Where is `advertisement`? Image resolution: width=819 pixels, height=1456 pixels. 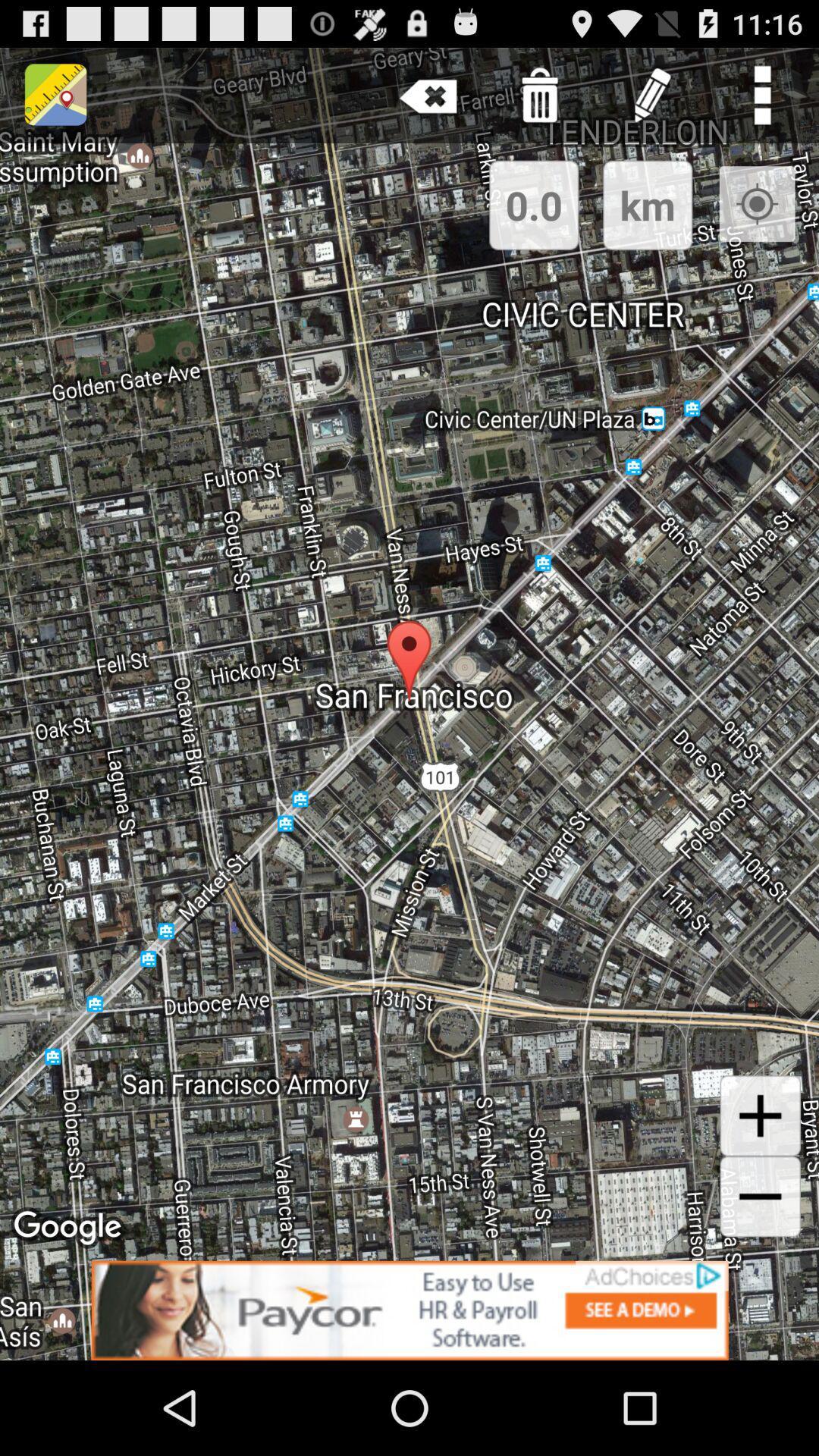 advertisement is located at coordinates (409, 1310).